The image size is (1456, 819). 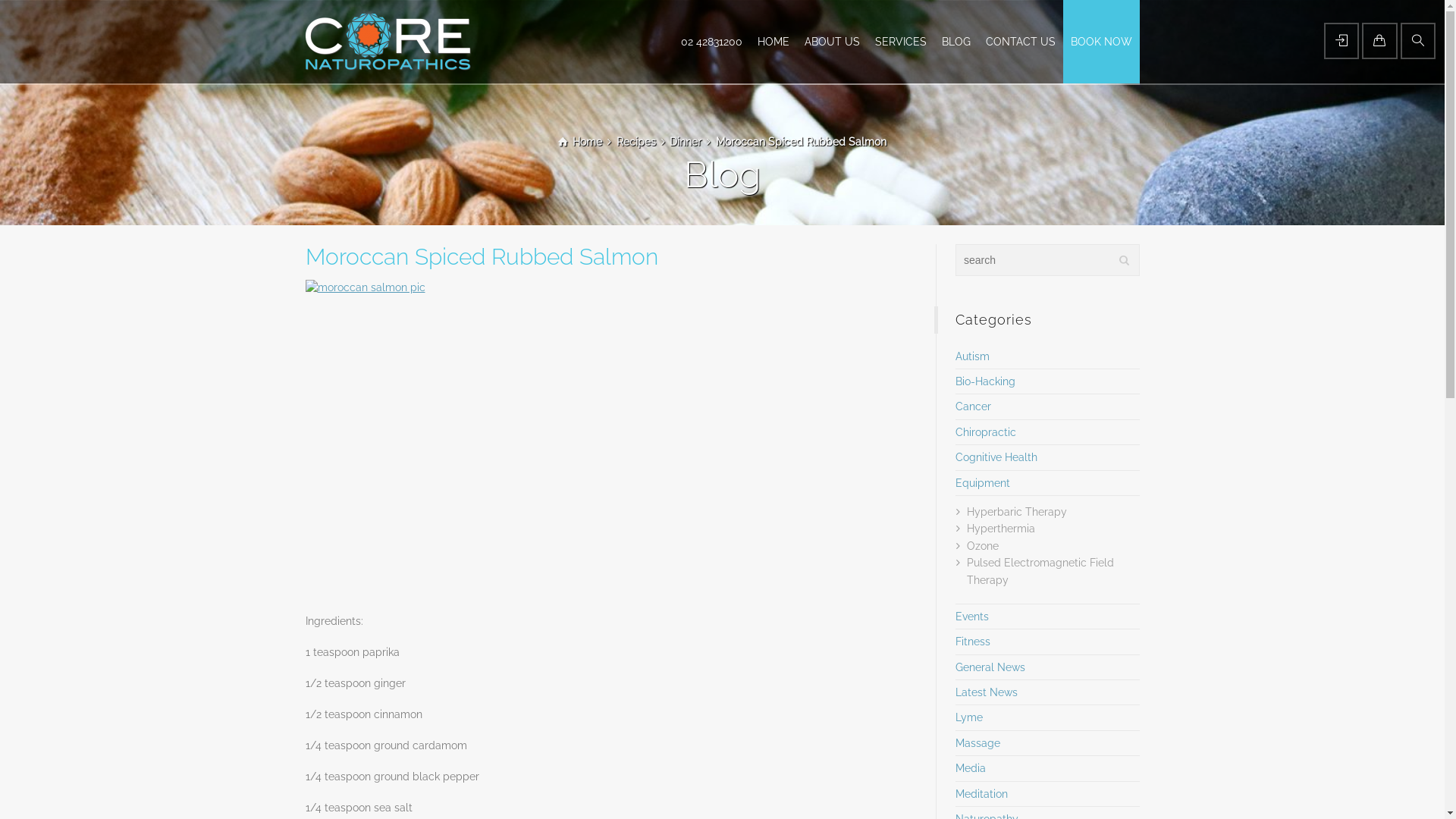 I want to click on 'General News', so click(x=990, y=666).